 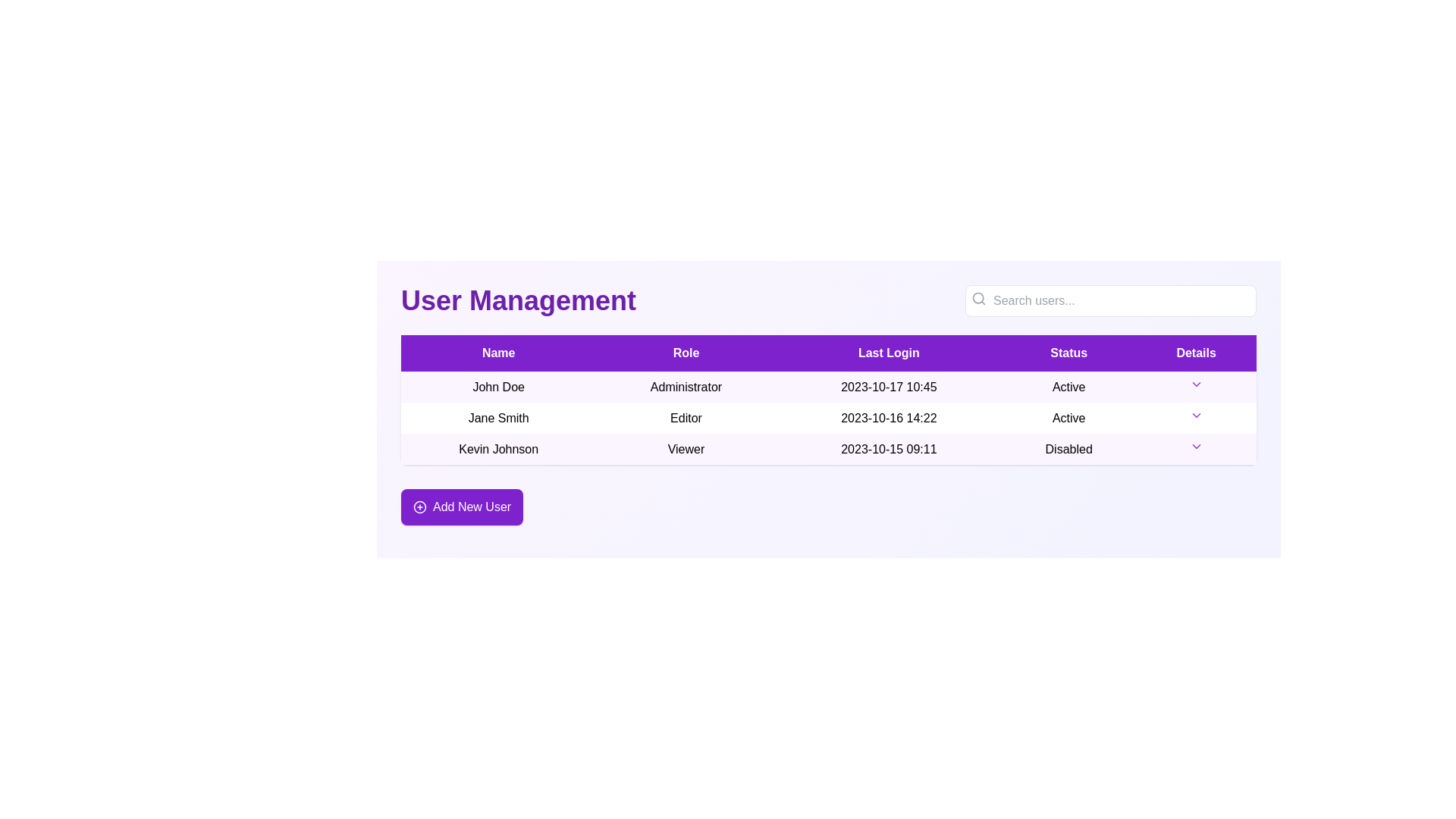 What do you see at coordinates (1068, 448) in the screenshot?
I see `text from the rectangular cell labeled 'Disabled' in the 'Status' column of the third row for the user 'Kevin Johnson'` at bounding box center [1068, 448].